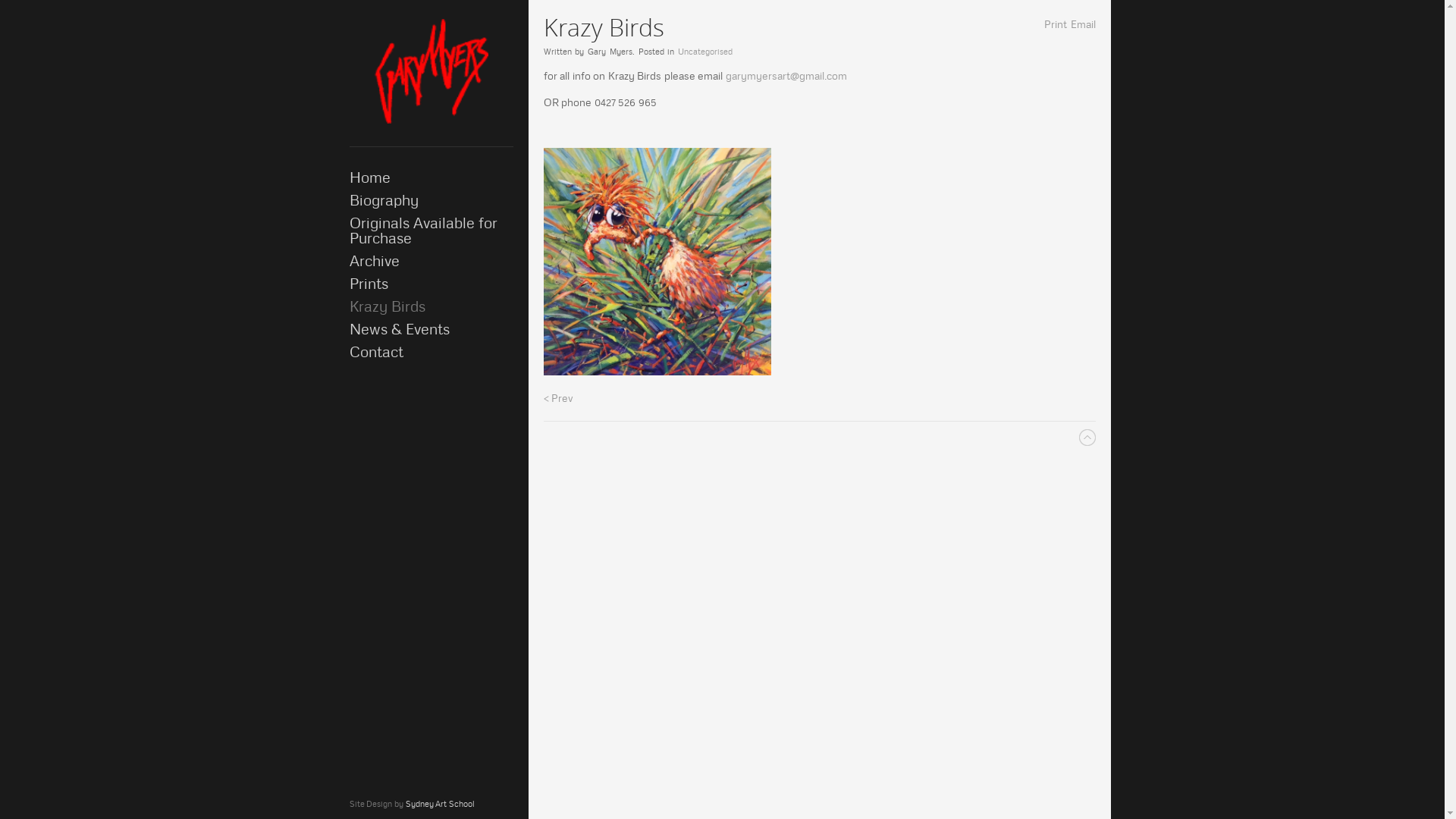  I want to click on 'Prints', so click(429, 284).